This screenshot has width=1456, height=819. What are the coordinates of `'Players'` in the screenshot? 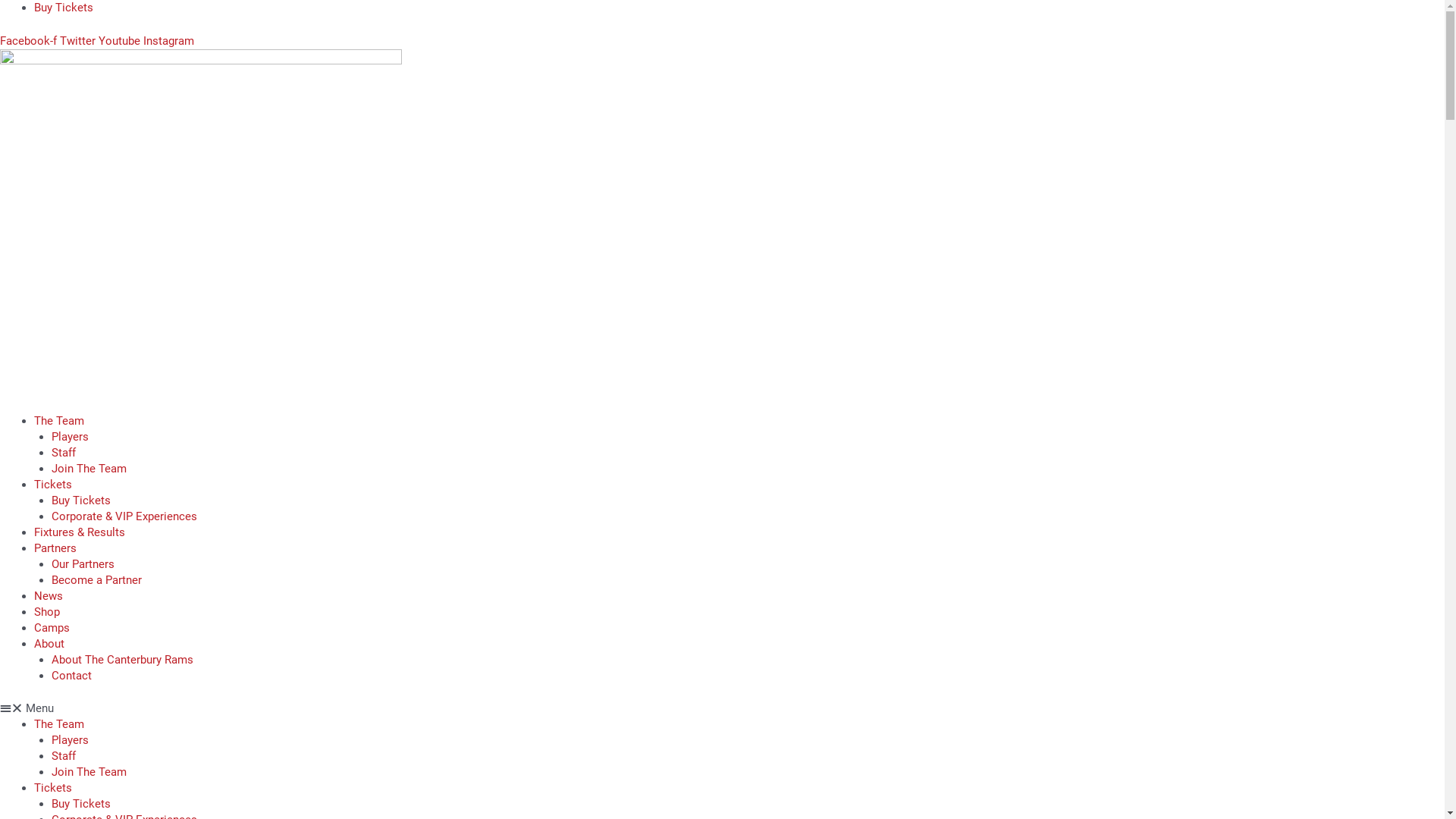 It's located at (69, 435).